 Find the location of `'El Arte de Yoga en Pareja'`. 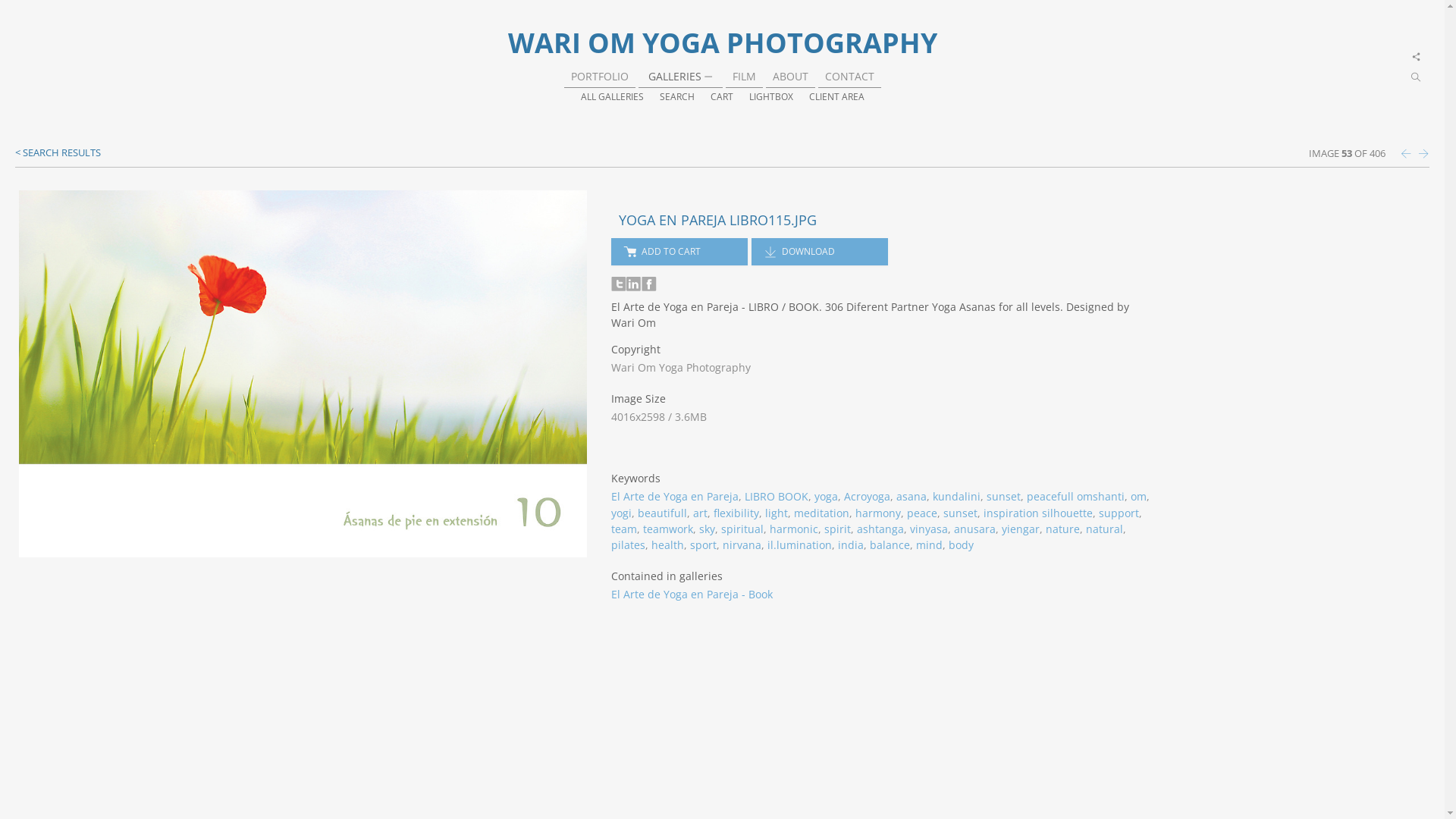

'El Arte de Yoga en Pareja' is located at coordinates (673, 496).